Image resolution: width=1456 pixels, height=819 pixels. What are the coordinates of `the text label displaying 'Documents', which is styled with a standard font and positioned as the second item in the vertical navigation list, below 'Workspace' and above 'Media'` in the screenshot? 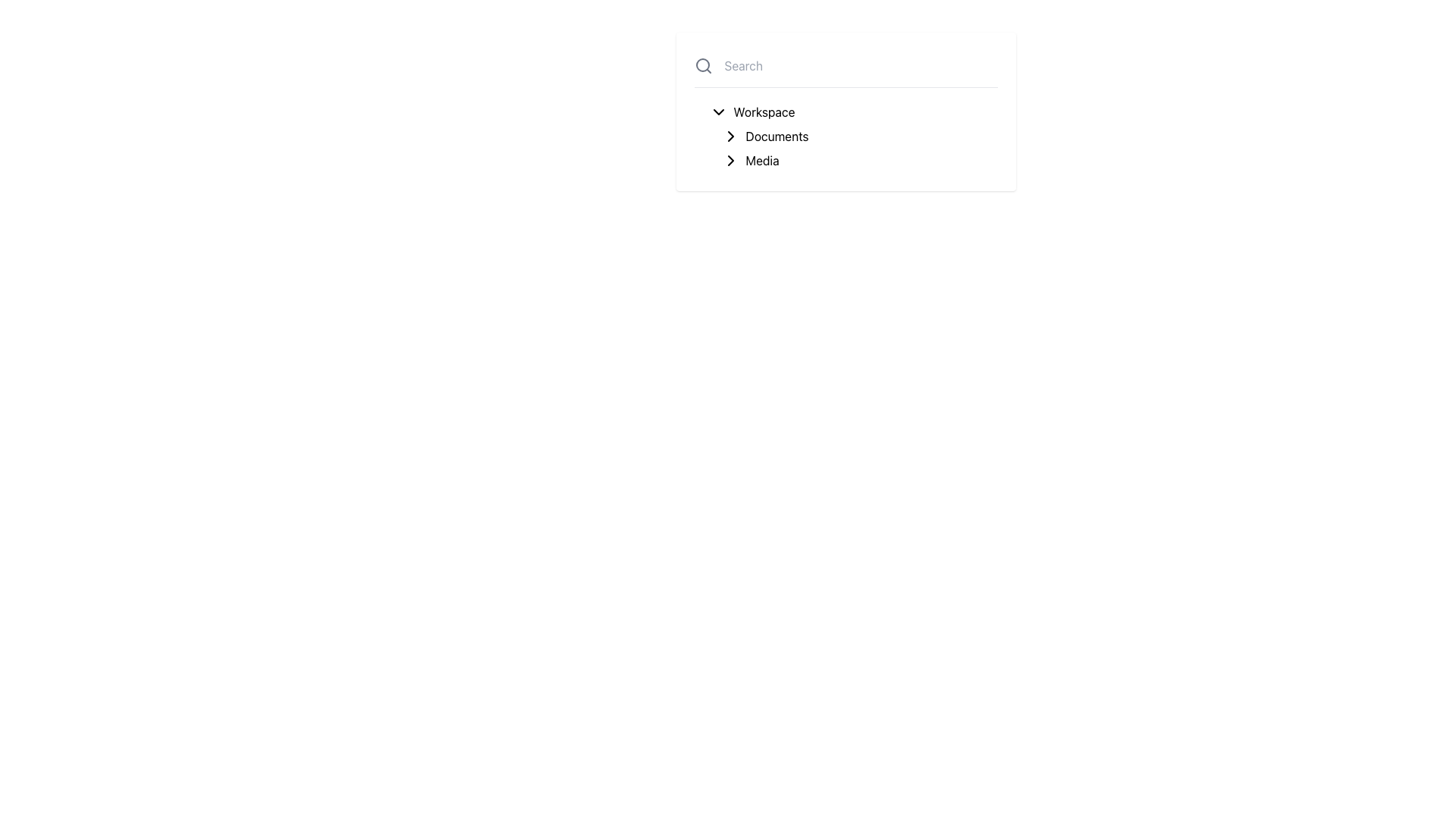 It's located at (777, 136).